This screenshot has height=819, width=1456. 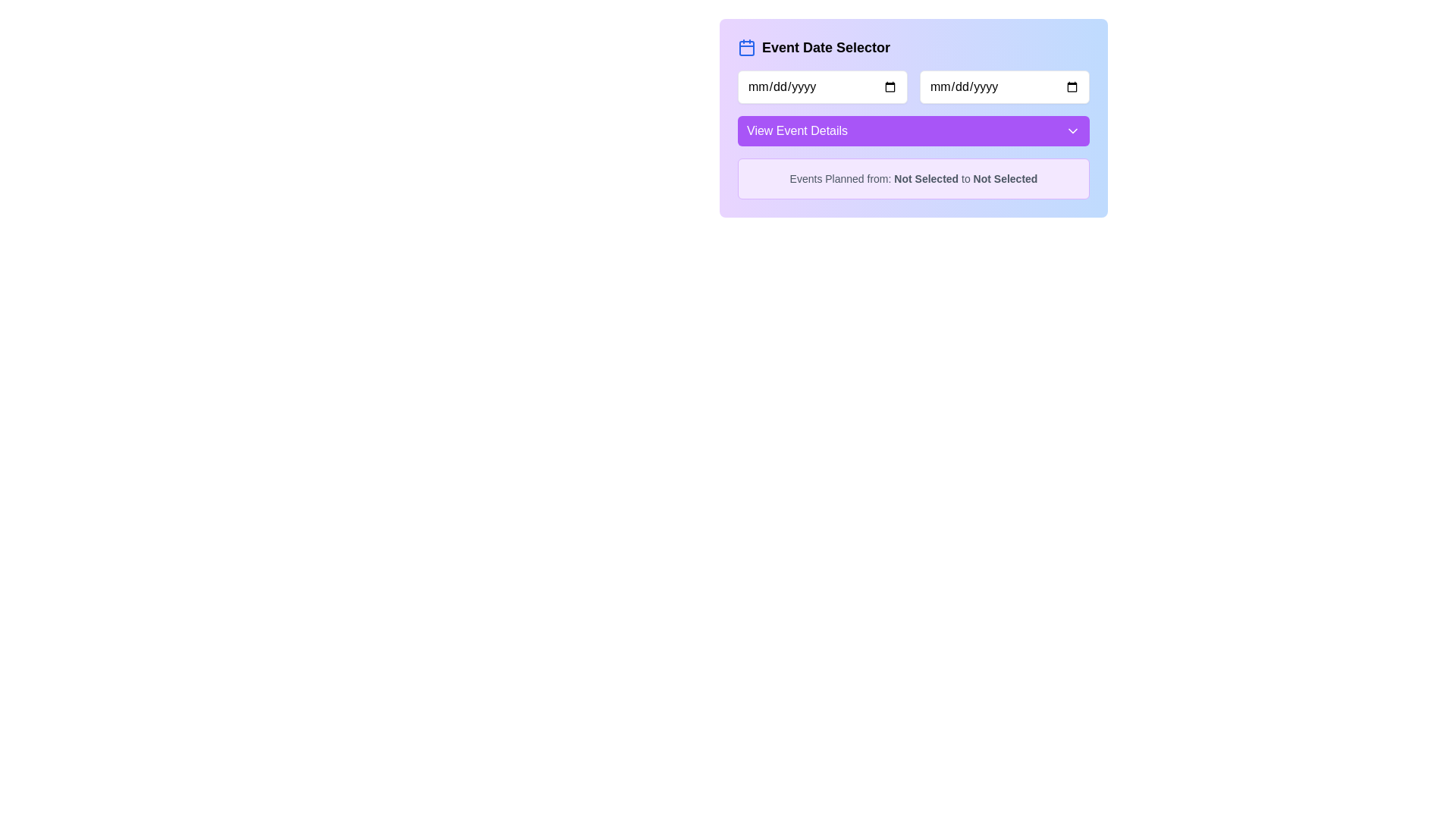 I want to click on the 'End Date' date input field with a rounded border and light shadow, so click(x=1004, y=87).